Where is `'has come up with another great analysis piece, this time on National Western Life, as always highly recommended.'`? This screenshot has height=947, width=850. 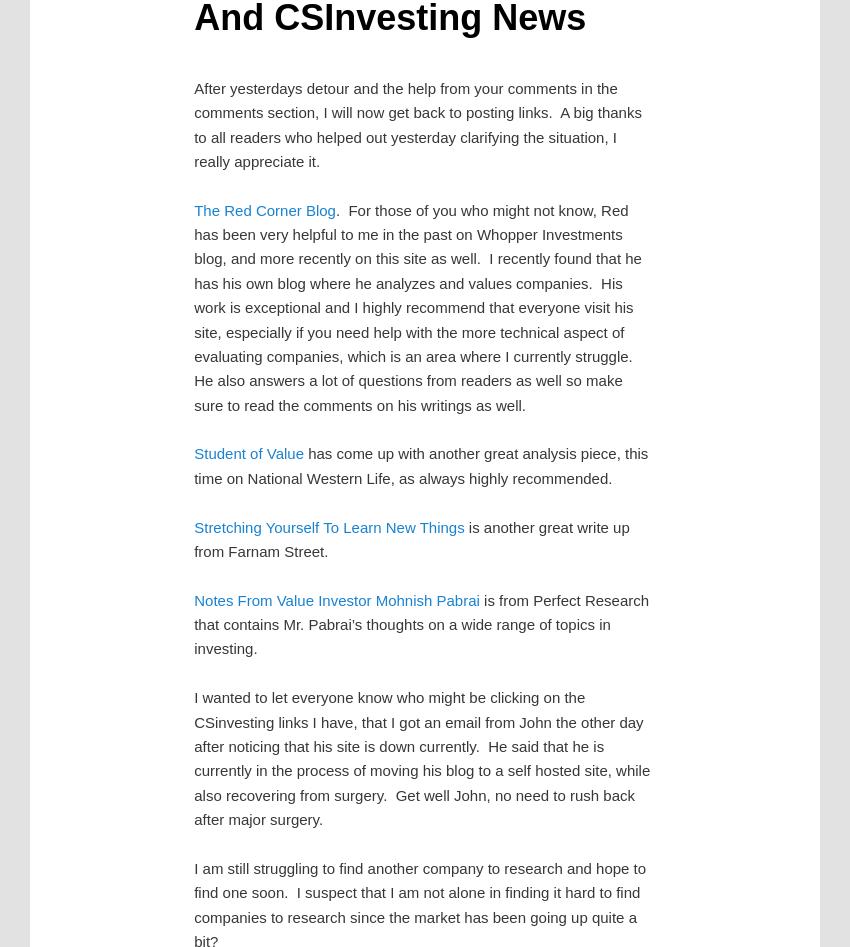 'has come up with another great analysis piece, this time on National Western Life, as always highly recommended.' is located at coordinates (421, 465).